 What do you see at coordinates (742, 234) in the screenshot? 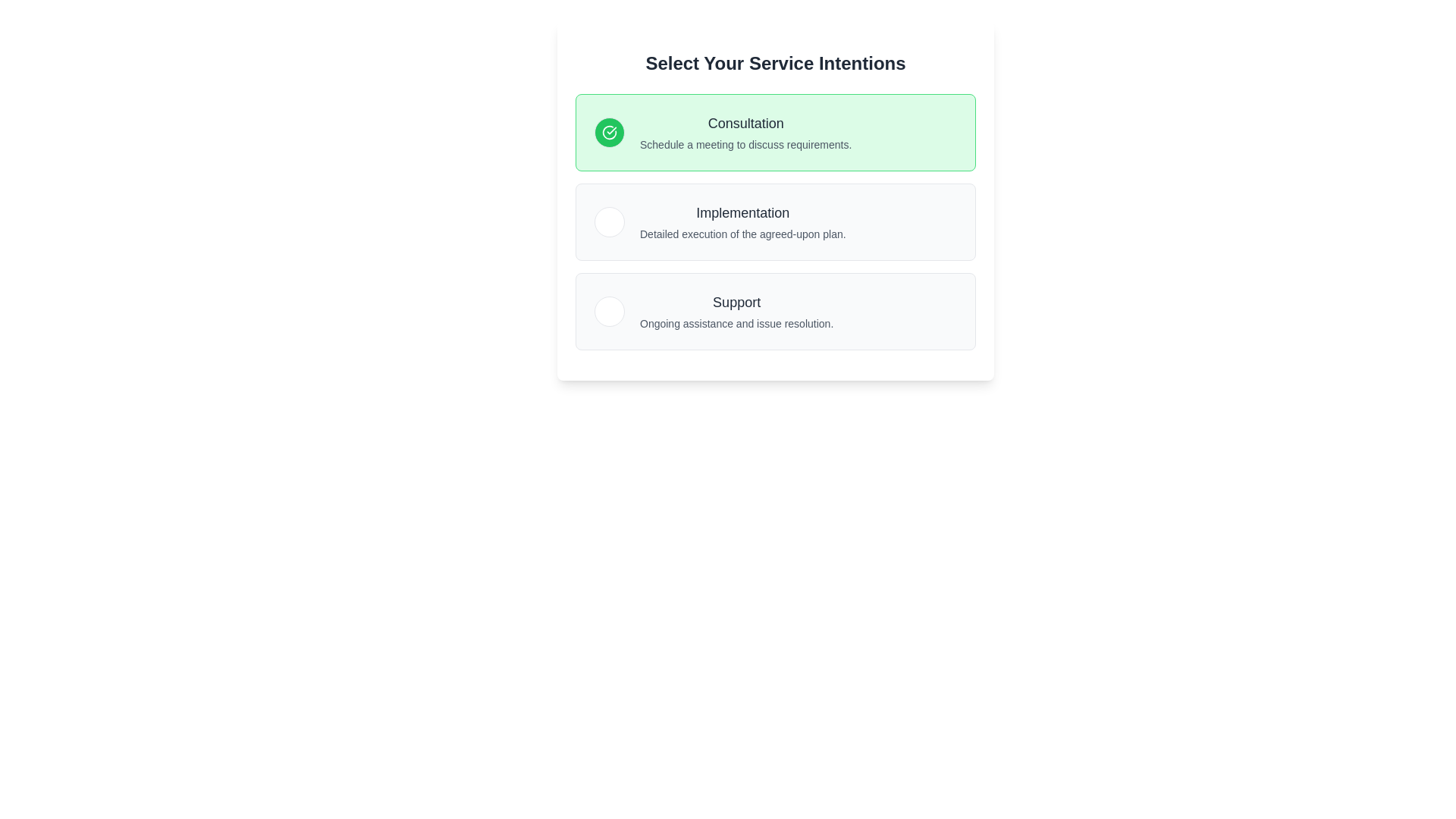
I see `the static text label component located in the 'Implementation' section below the heading 'Implementation'` at bounding box center [742, 234].